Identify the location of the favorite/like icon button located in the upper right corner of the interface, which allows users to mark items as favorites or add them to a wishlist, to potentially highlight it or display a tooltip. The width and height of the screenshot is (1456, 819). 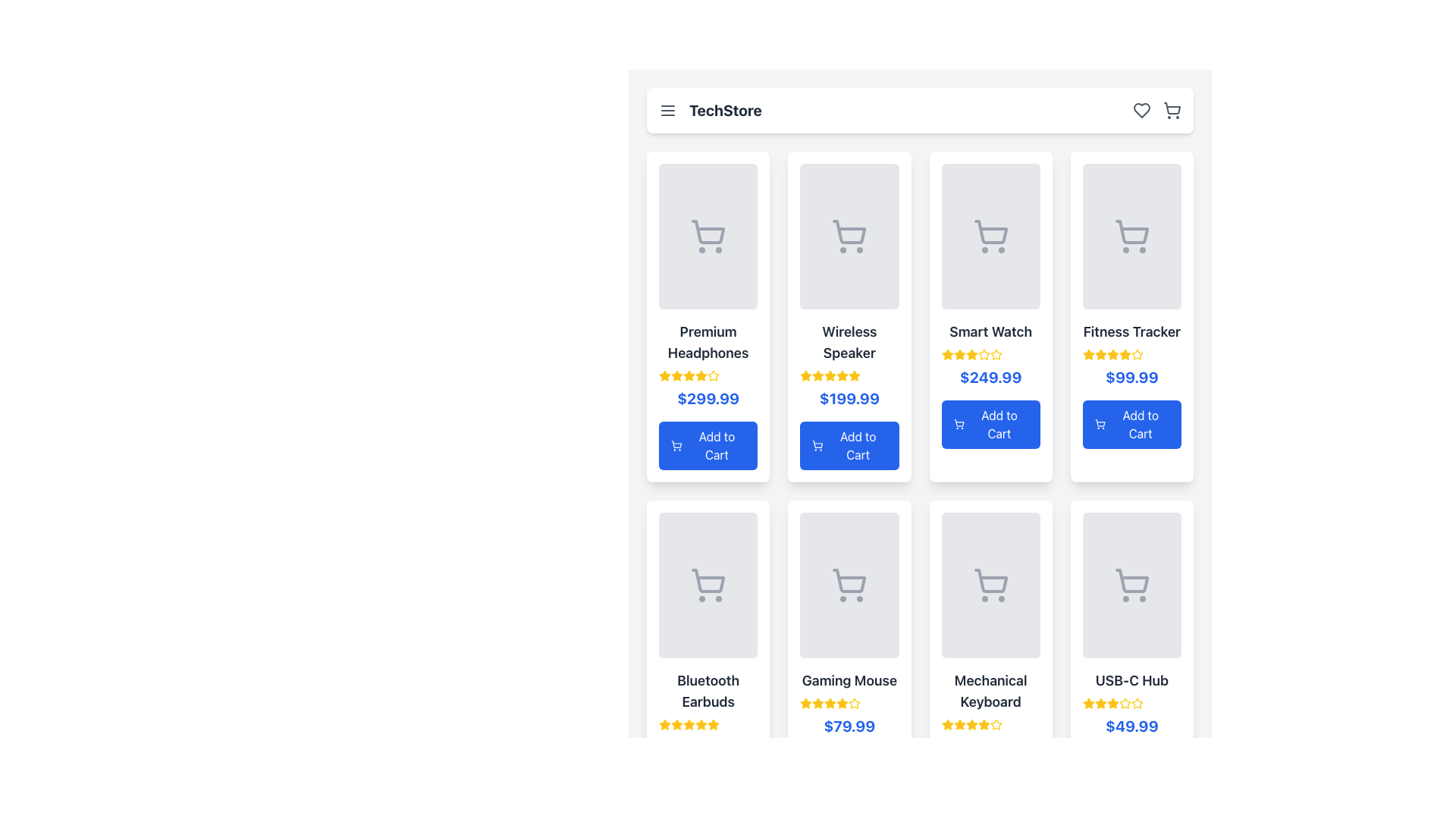
(1142, 110).